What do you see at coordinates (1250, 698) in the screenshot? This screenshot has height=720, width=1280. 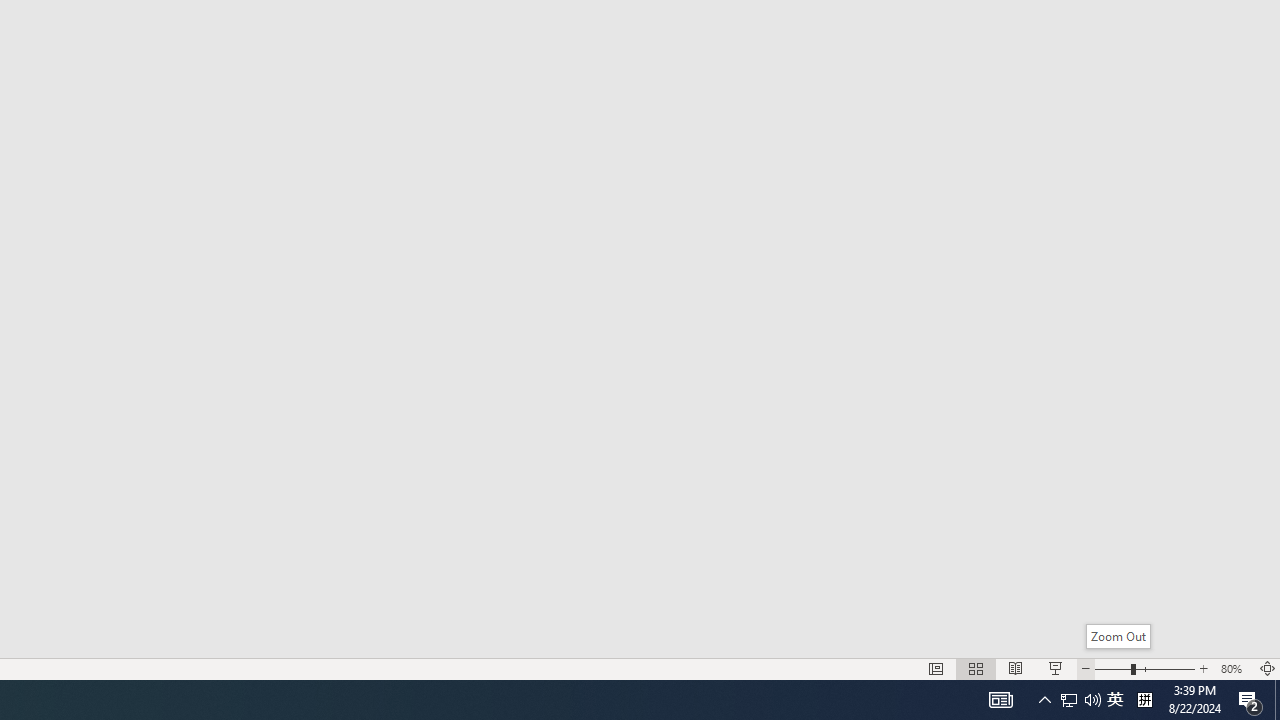 I see `'Action Center, 2 new notifications'` at bounding box center [1250, 698].